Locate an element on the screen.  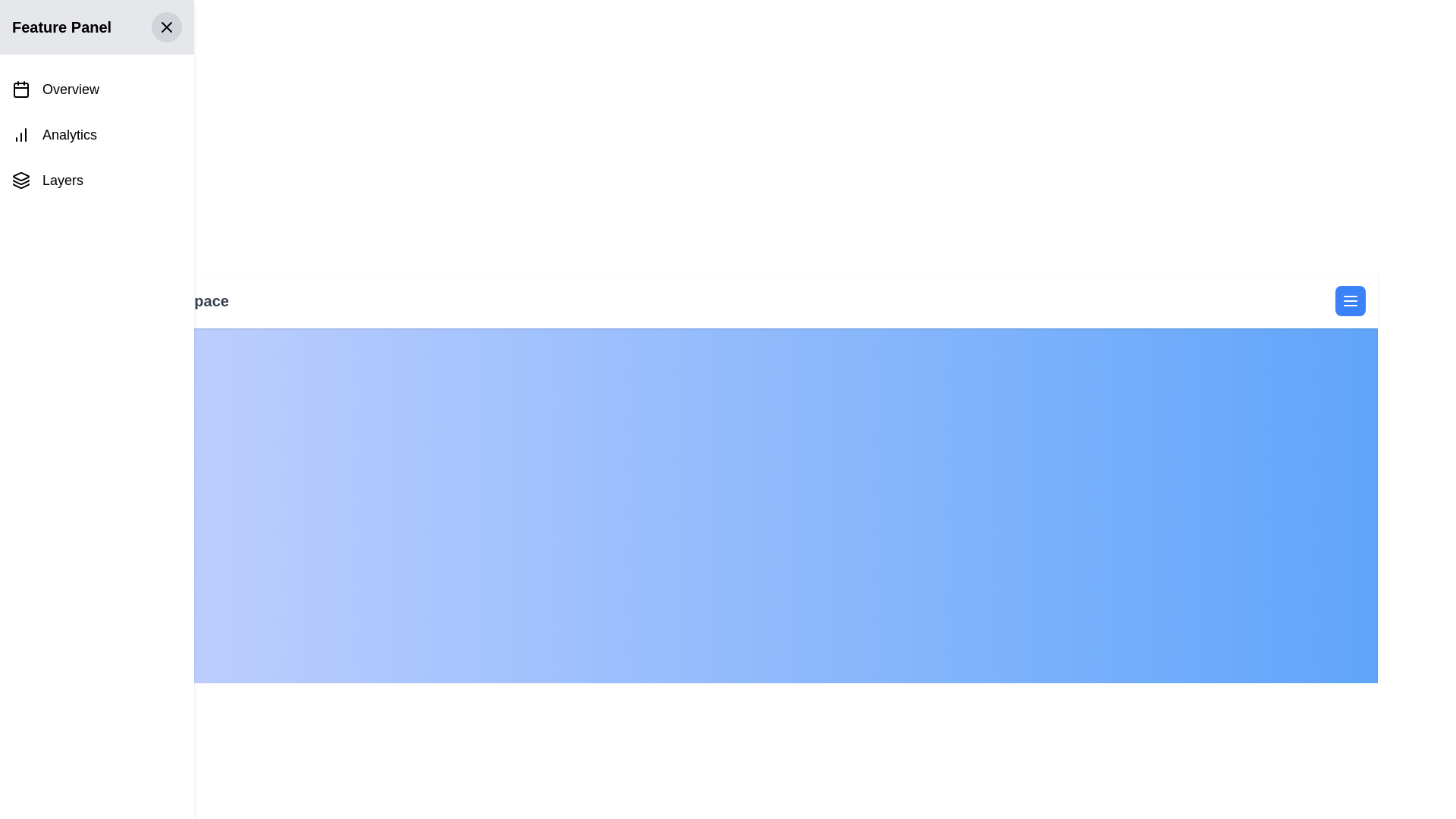
the 'Analytics' icon located in the side navigation panel, positioned to the left of the text label 'Analytics' is located at coordinates (21, 133).